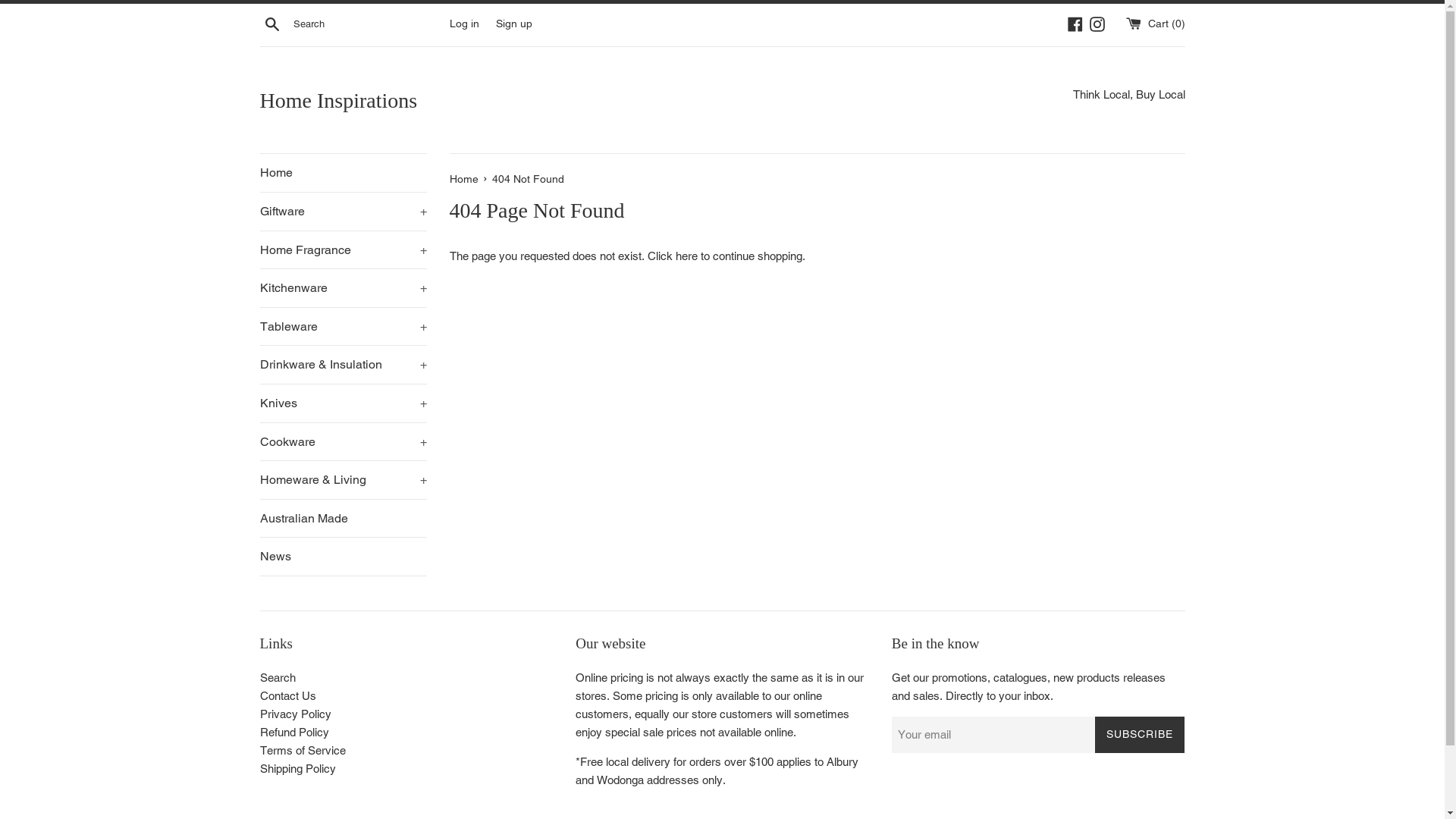 The image size is (1456, 819). Describe the element at coordinates (341, 556) in the screenshot. I see `'News'` at that location.